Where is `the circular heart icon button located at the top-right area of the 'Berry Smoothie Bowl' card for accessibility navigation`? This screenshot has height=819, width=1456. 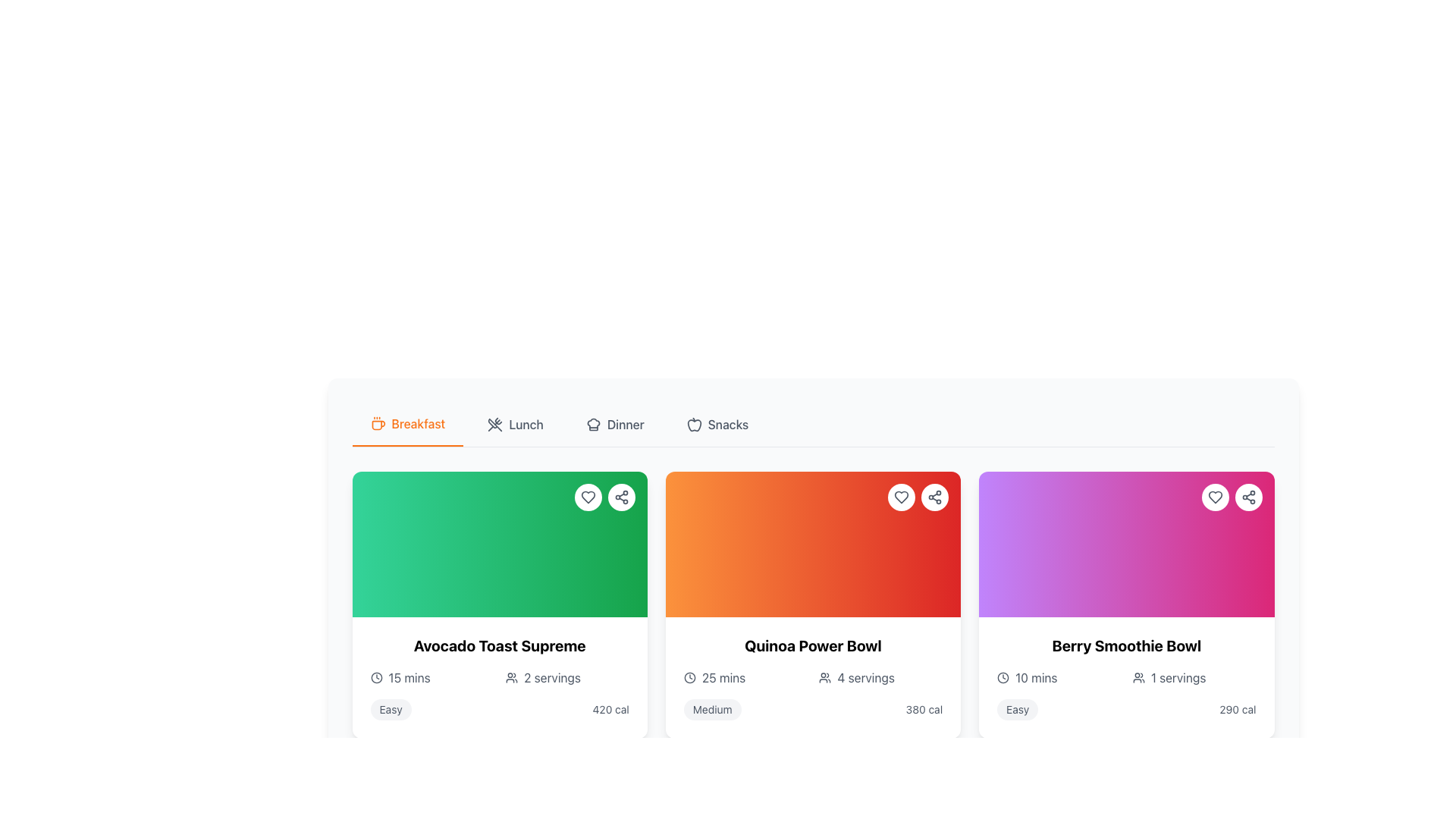
the circular heart icon button located at the top-right area of the 'Berry Smoothie Bowl' card for accessibility navigation is located at coordinates (1215, 497).